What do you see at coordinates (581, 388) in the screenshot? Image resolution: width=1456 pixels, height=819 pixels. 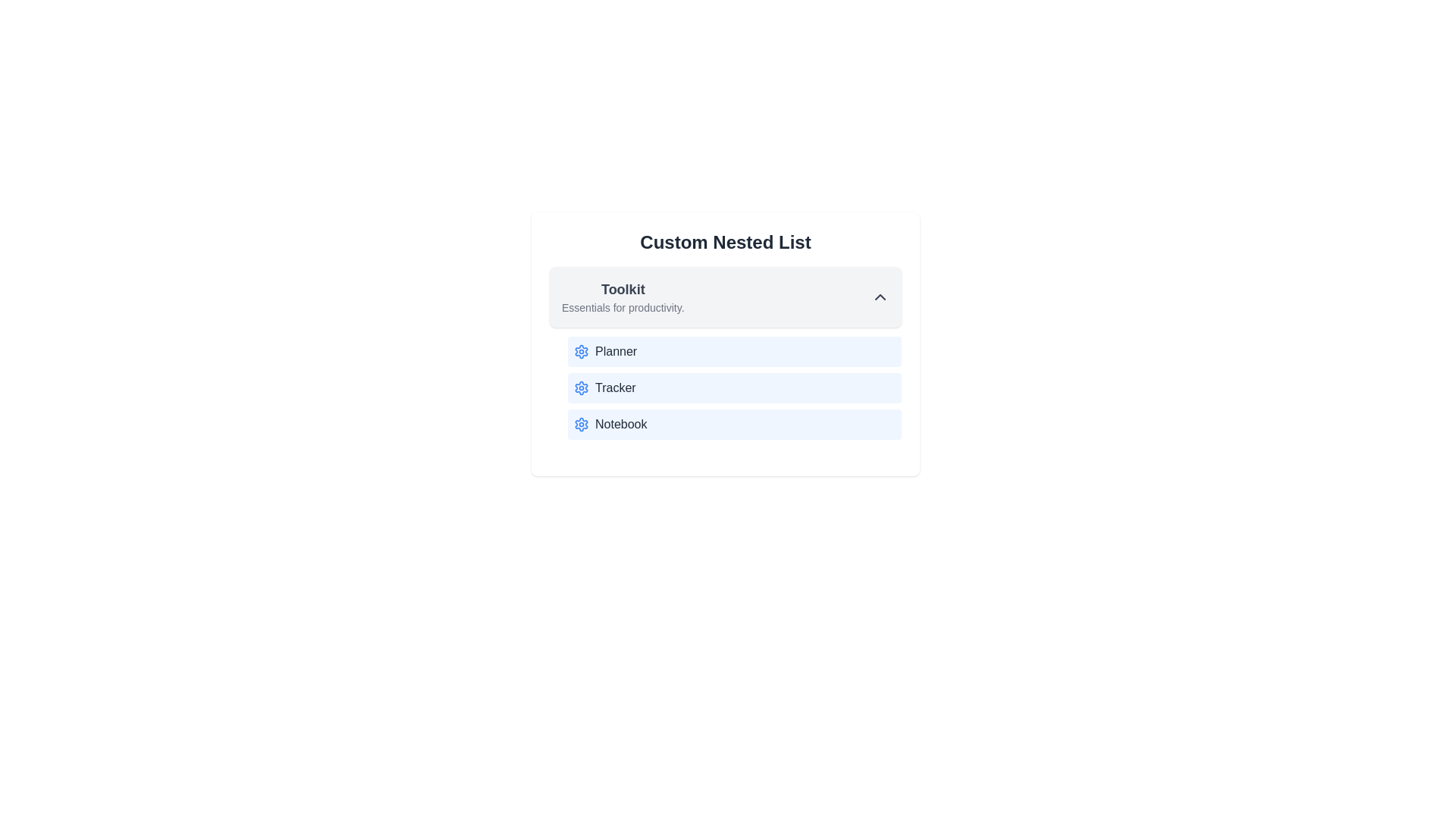 I see `the icon next to the item Tracker in the list` at bounding box center [581, 388].